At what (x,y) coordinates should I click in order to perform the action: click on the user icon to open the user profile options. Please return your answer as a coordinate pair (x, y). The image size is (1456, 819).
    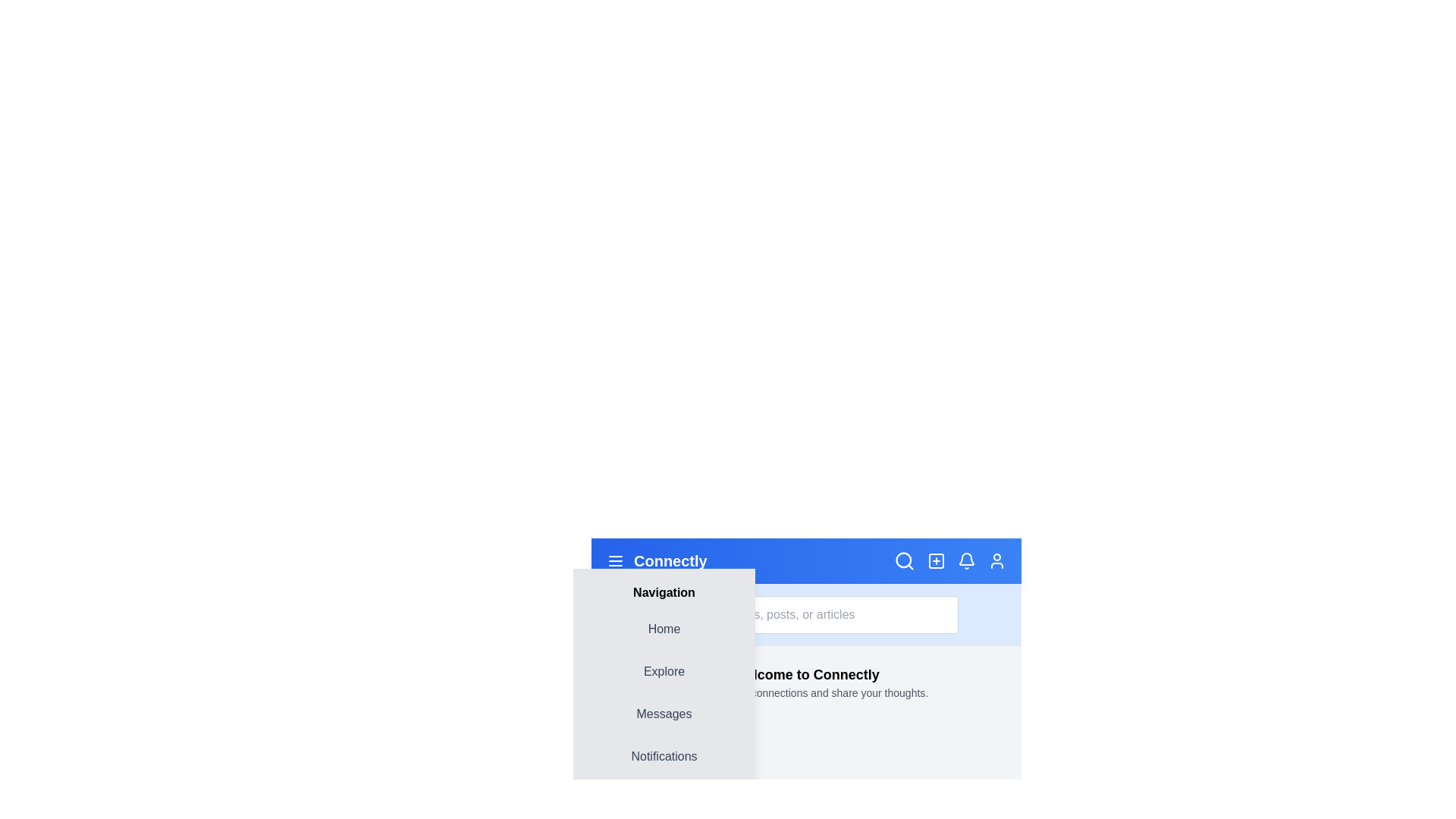
    Looking at the image, I should click on (997, 561).